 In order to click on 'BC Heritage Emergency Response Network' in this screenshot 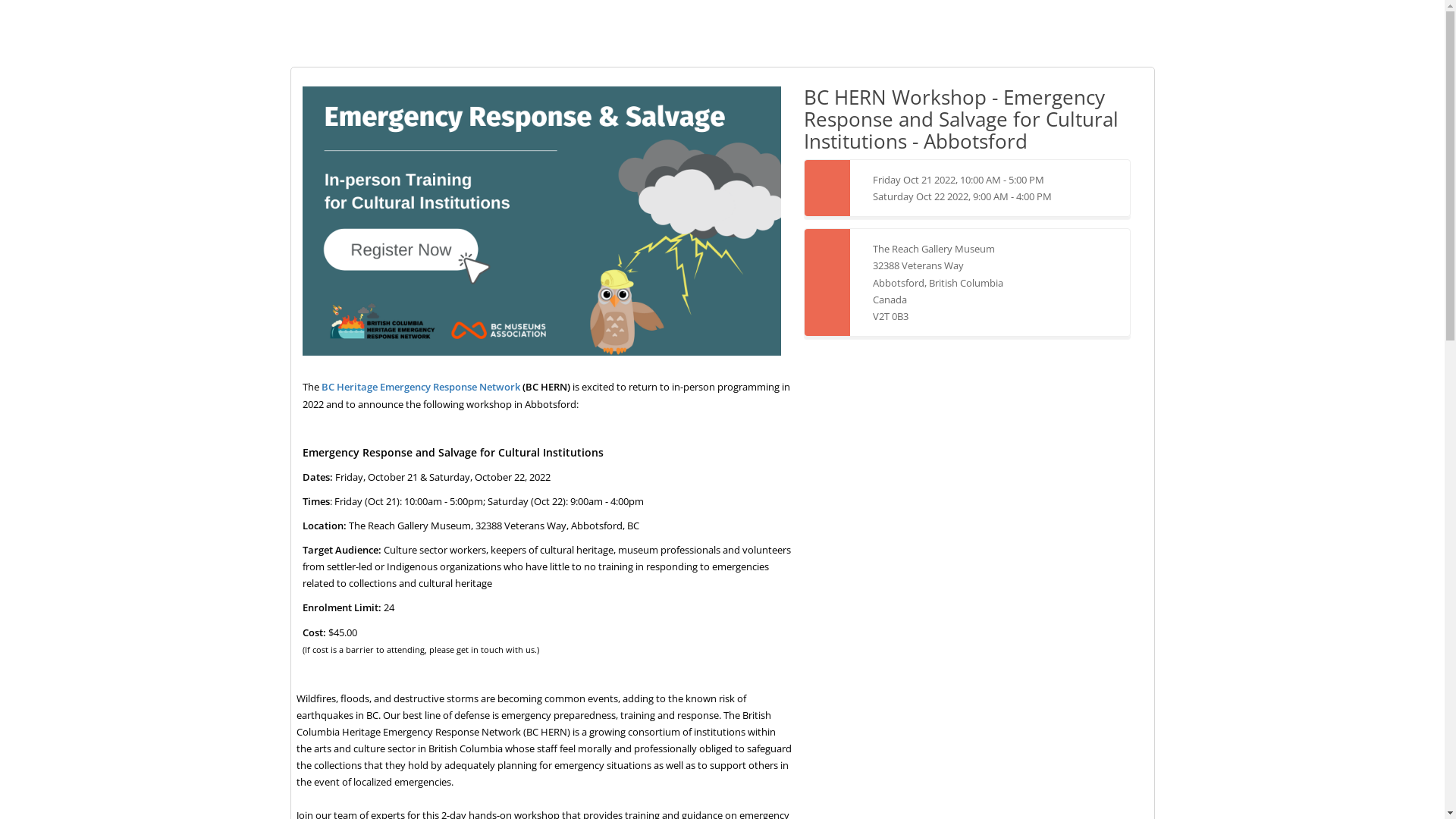, I will do `click(421, 385)`.